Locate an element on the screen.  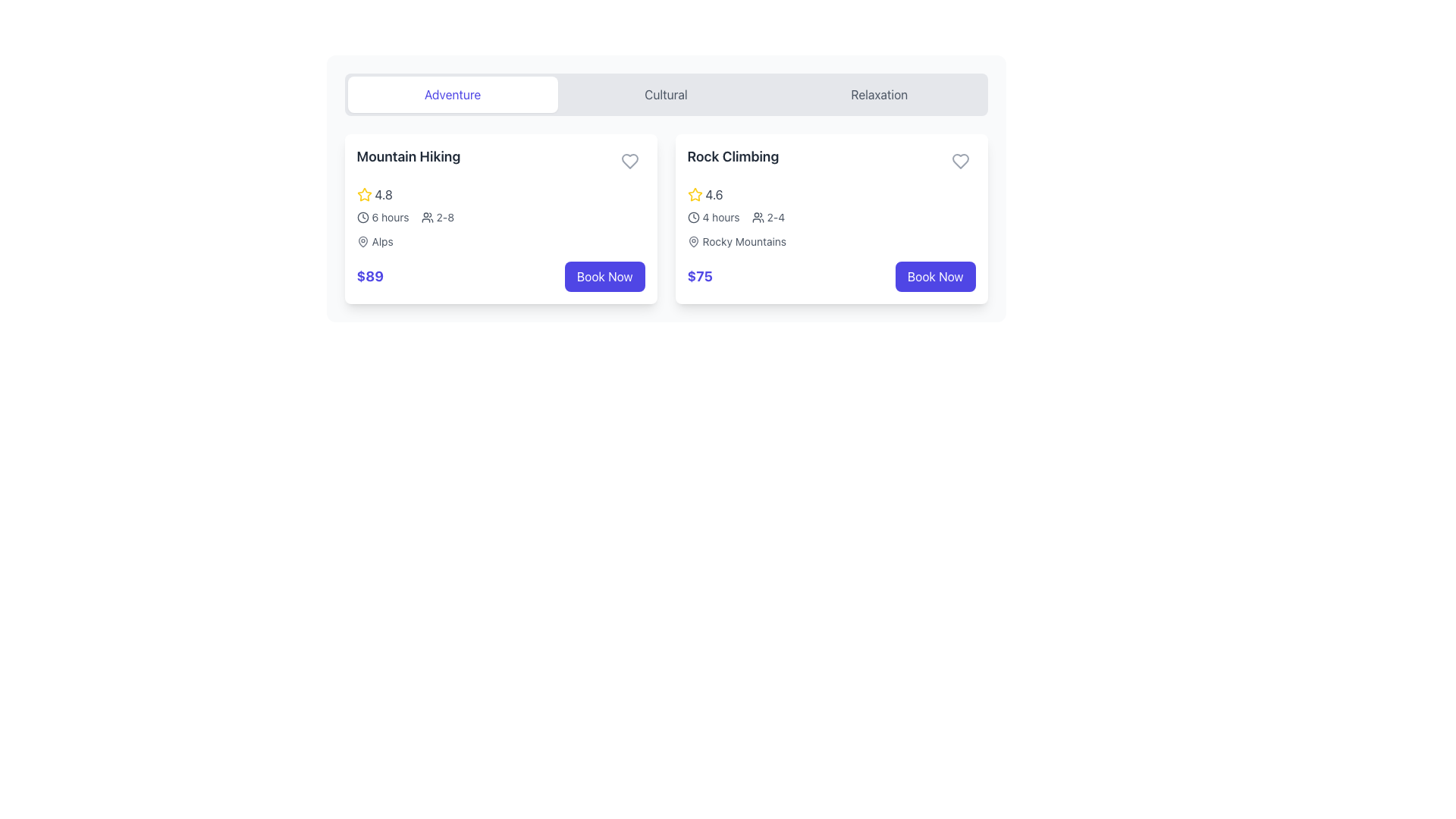
the circular heart icon button located in the upper-right corner of the Mountain Hiking card to interact with it is located at coordinates (629, 161).